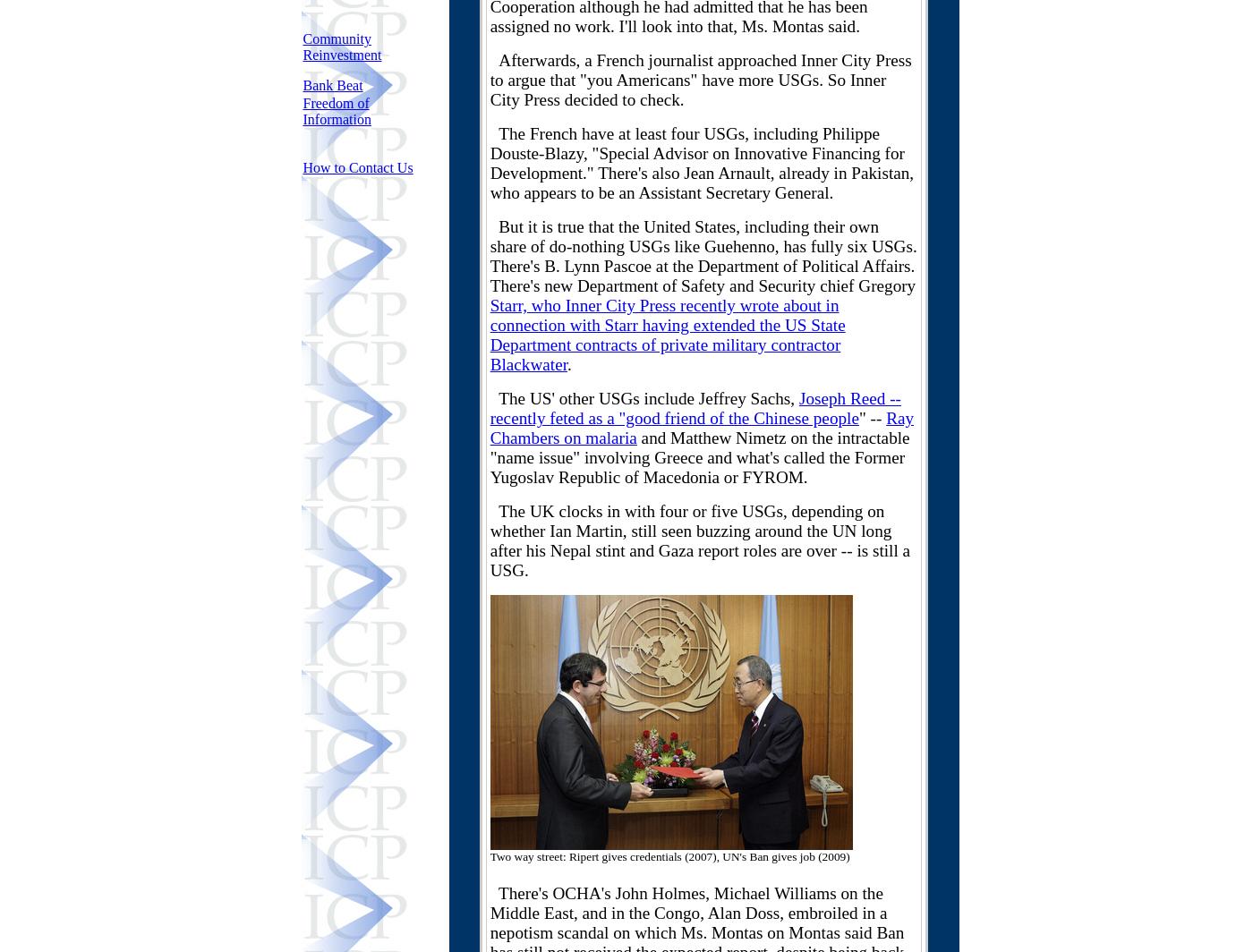 The height and width of the screenshot is (952, 1253). What do you see at coordinates (872, 418) in the screenshot?
I see `'" --'` at bounding box center [872, 418].